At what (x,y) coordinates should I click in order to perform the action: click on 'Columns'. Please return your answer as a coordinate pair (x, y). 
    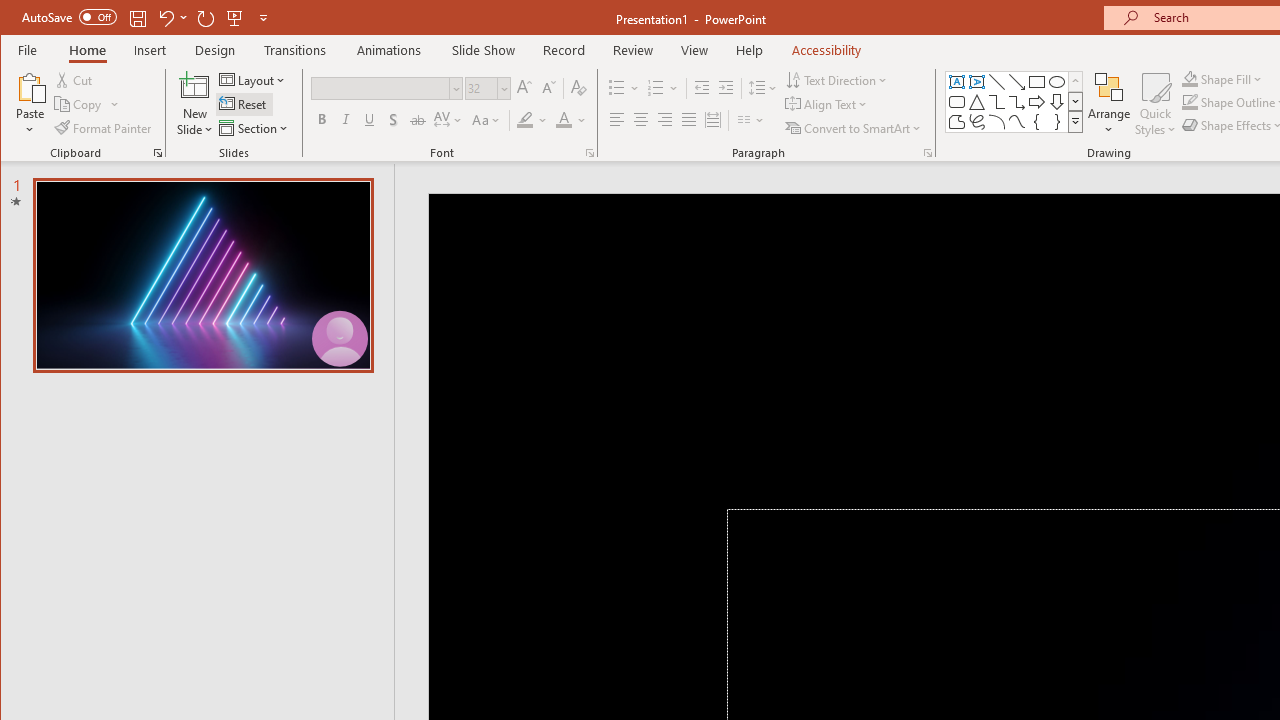
    Looking at the image, I should click on (750, 120).